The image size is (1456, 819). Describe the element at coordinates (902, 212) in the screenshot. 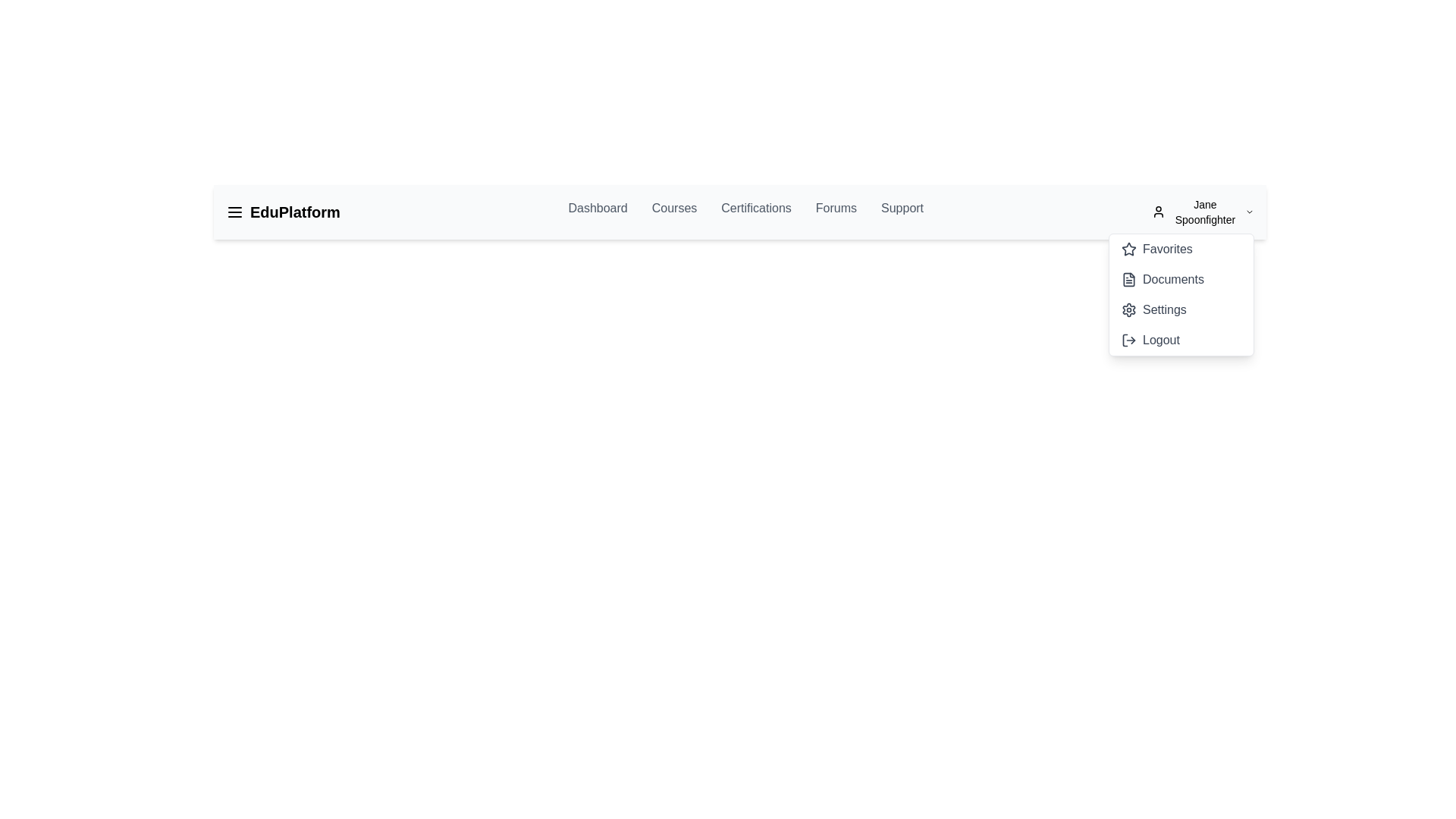

I see `the 'Support' hyperlink in the horizontal navigation bar` at that location.